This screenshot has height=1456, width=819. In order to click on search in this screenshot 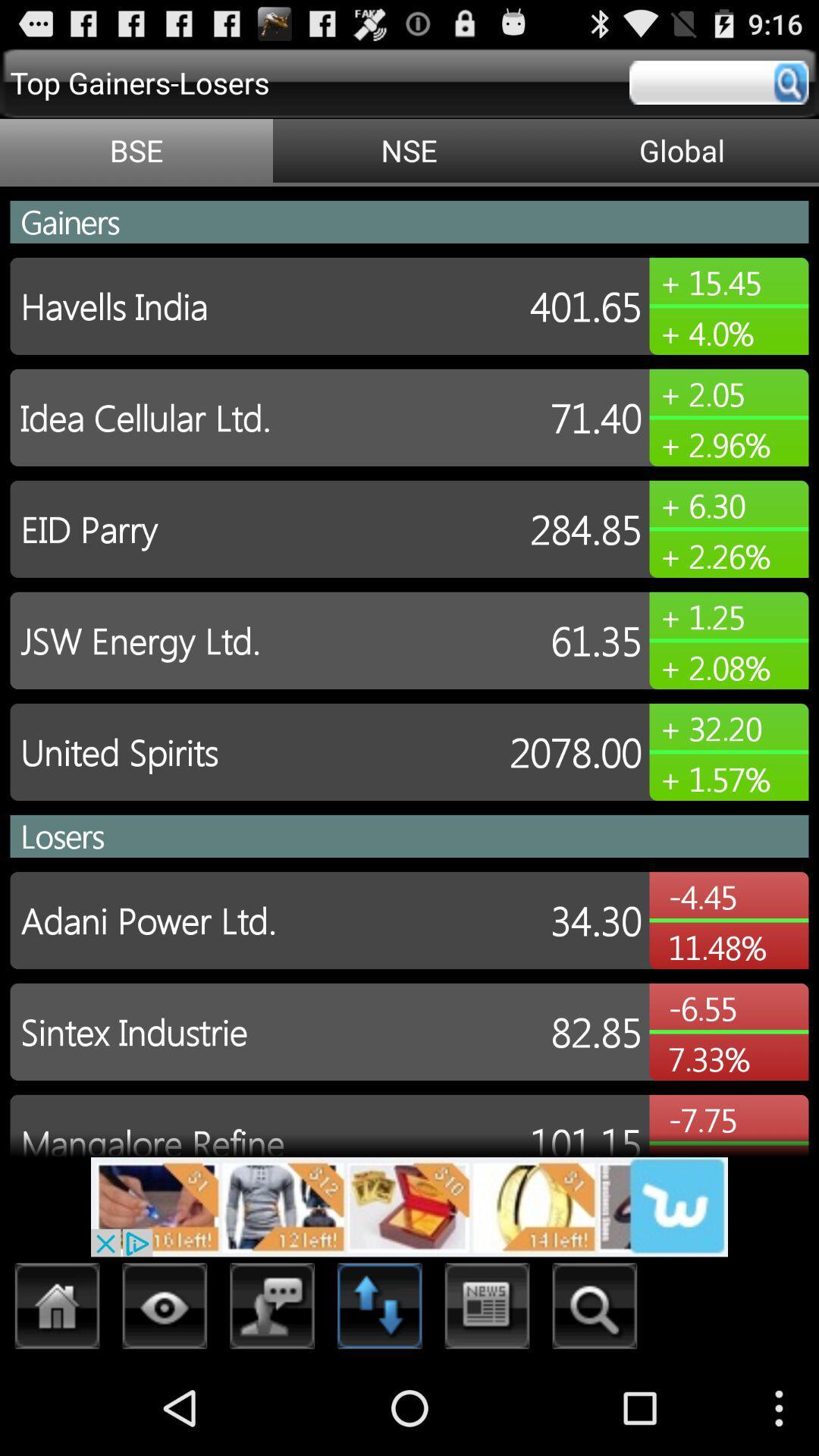, I will do `click(594, 1310)`.